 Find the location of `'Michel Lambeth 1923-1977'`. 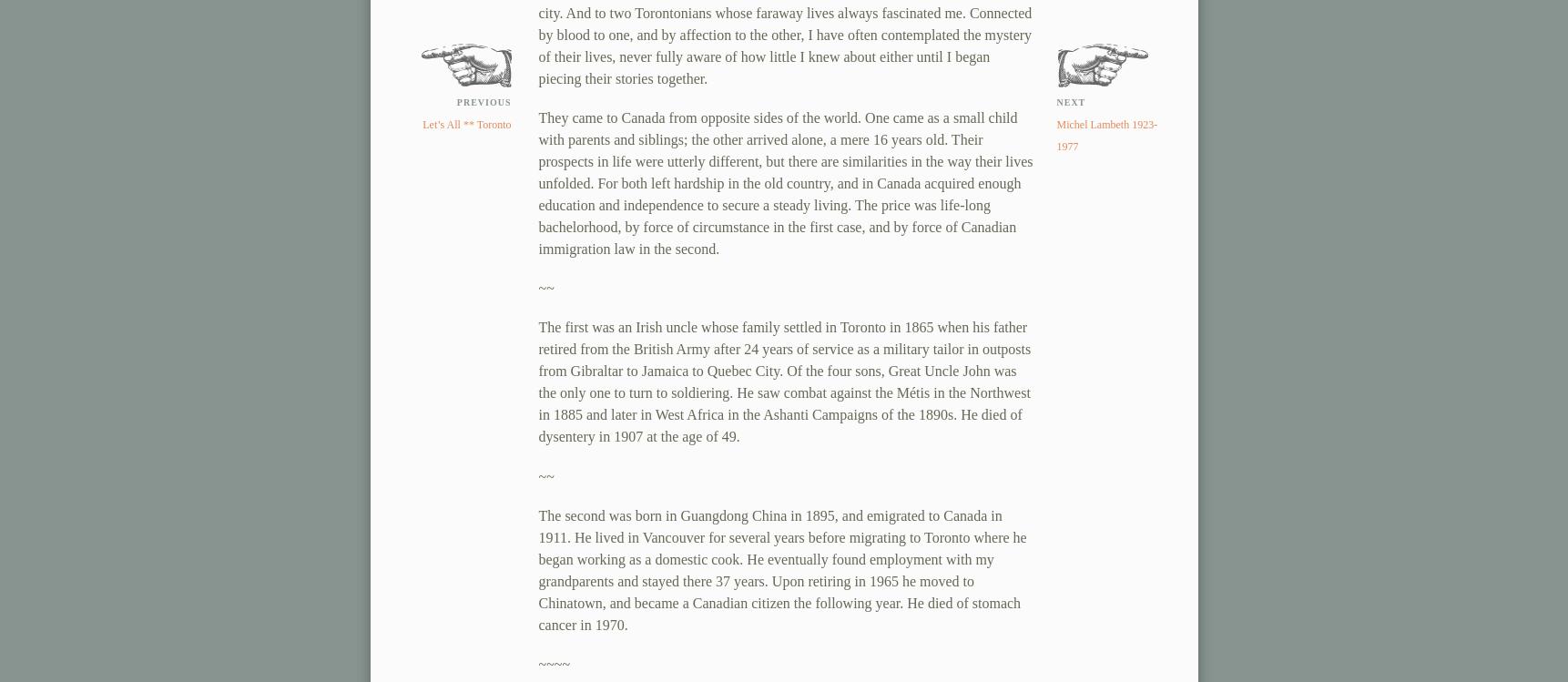

'Michel Lambeth 1923-1977' is located at coordinates (1105, 135).